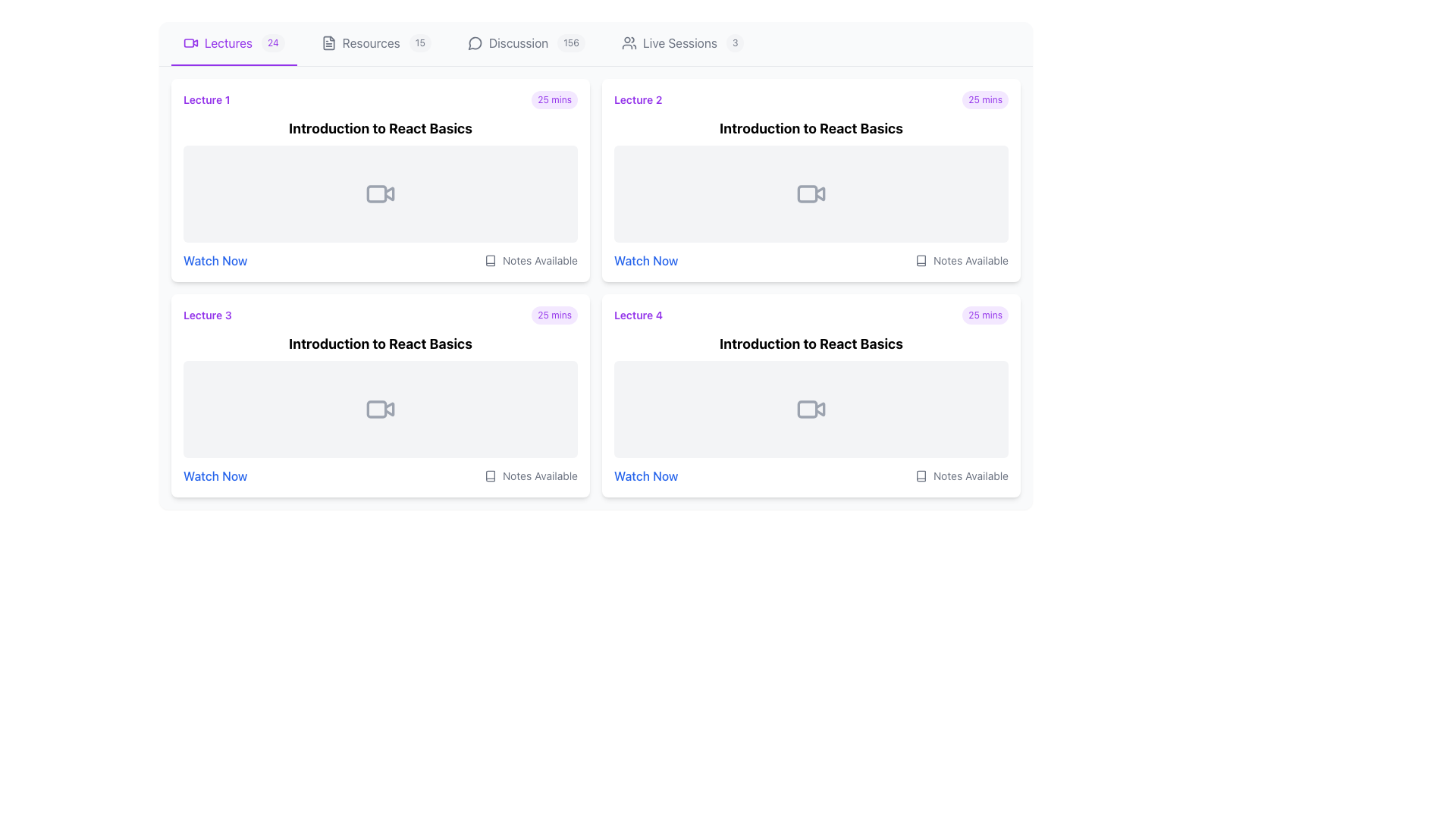 Image resolution: width=1456 pixels, height=819 pixels. Describe the element at coordinates (371, 42) in the screenshot. I see `the 'Resources' text label in the top navigation bar` at that location.